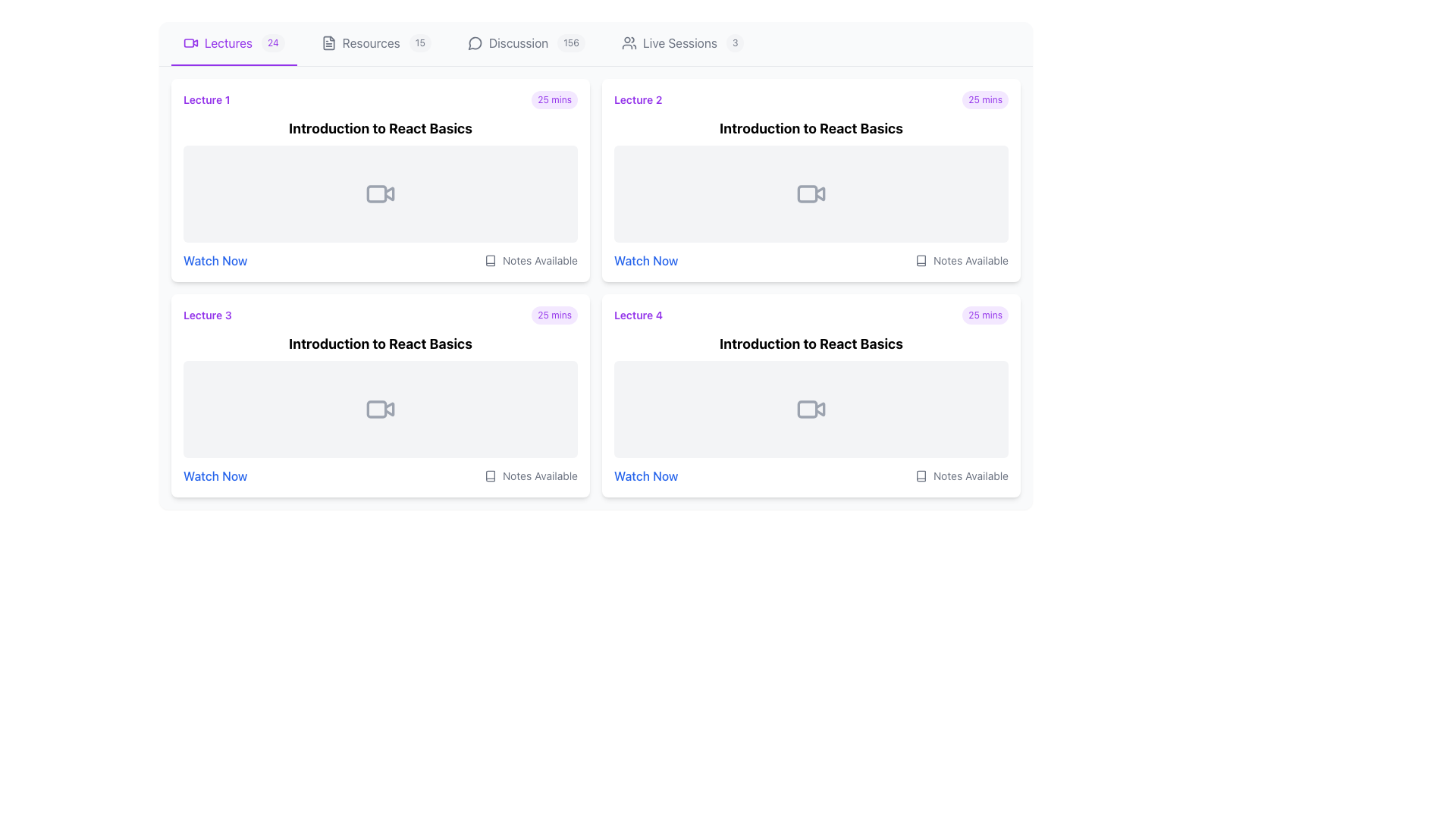 Image resolution: width=1456 pixels, height=819 pixels. Describe the element at coordinates (371, 42) in the screenshot. I see `the 'Resources' text label in the top navigation bar` at that location.